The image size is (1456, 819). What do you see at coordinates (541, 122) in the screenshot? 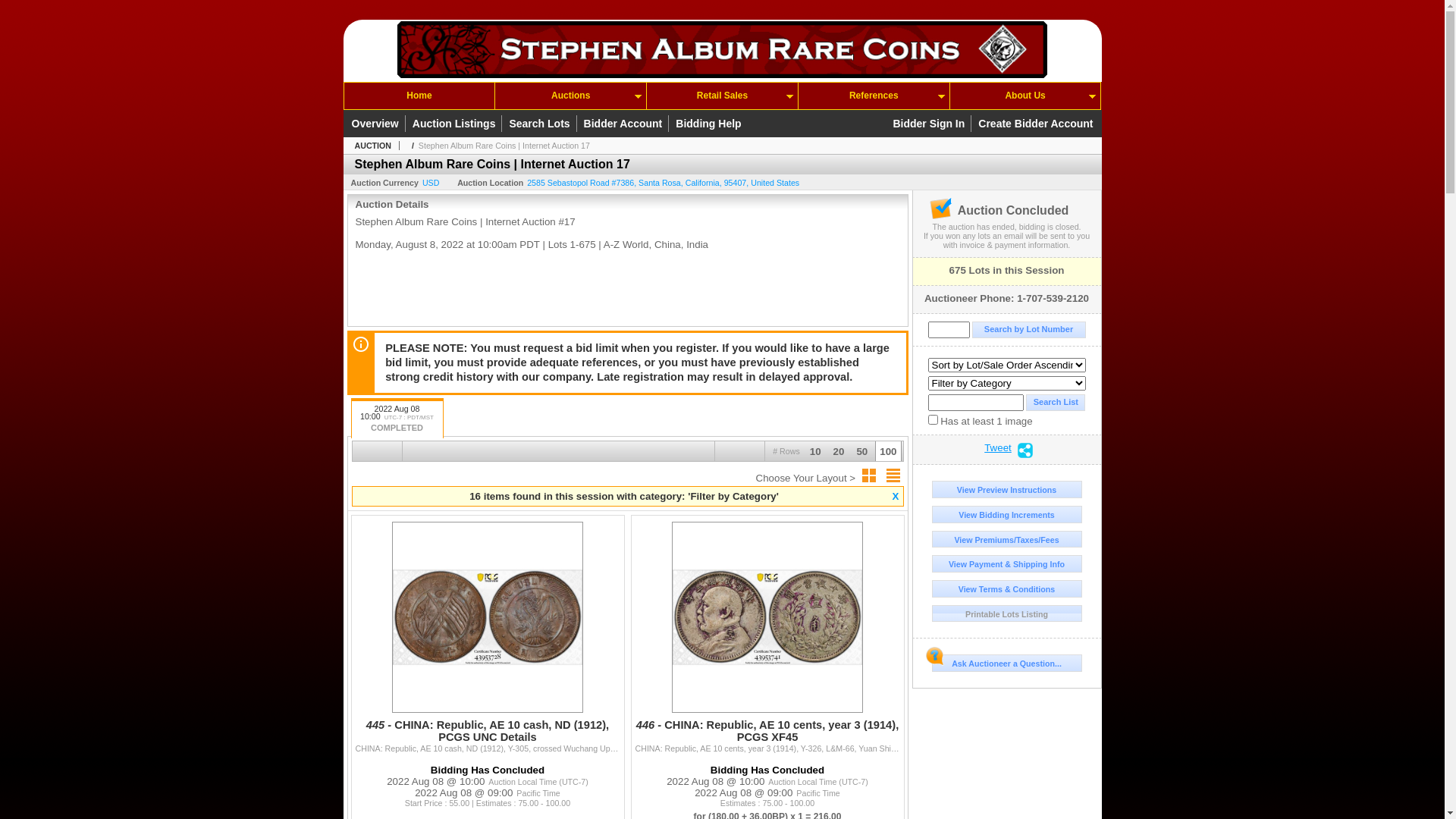
I see `'Search Lots'` at bounding box center [541, 122].